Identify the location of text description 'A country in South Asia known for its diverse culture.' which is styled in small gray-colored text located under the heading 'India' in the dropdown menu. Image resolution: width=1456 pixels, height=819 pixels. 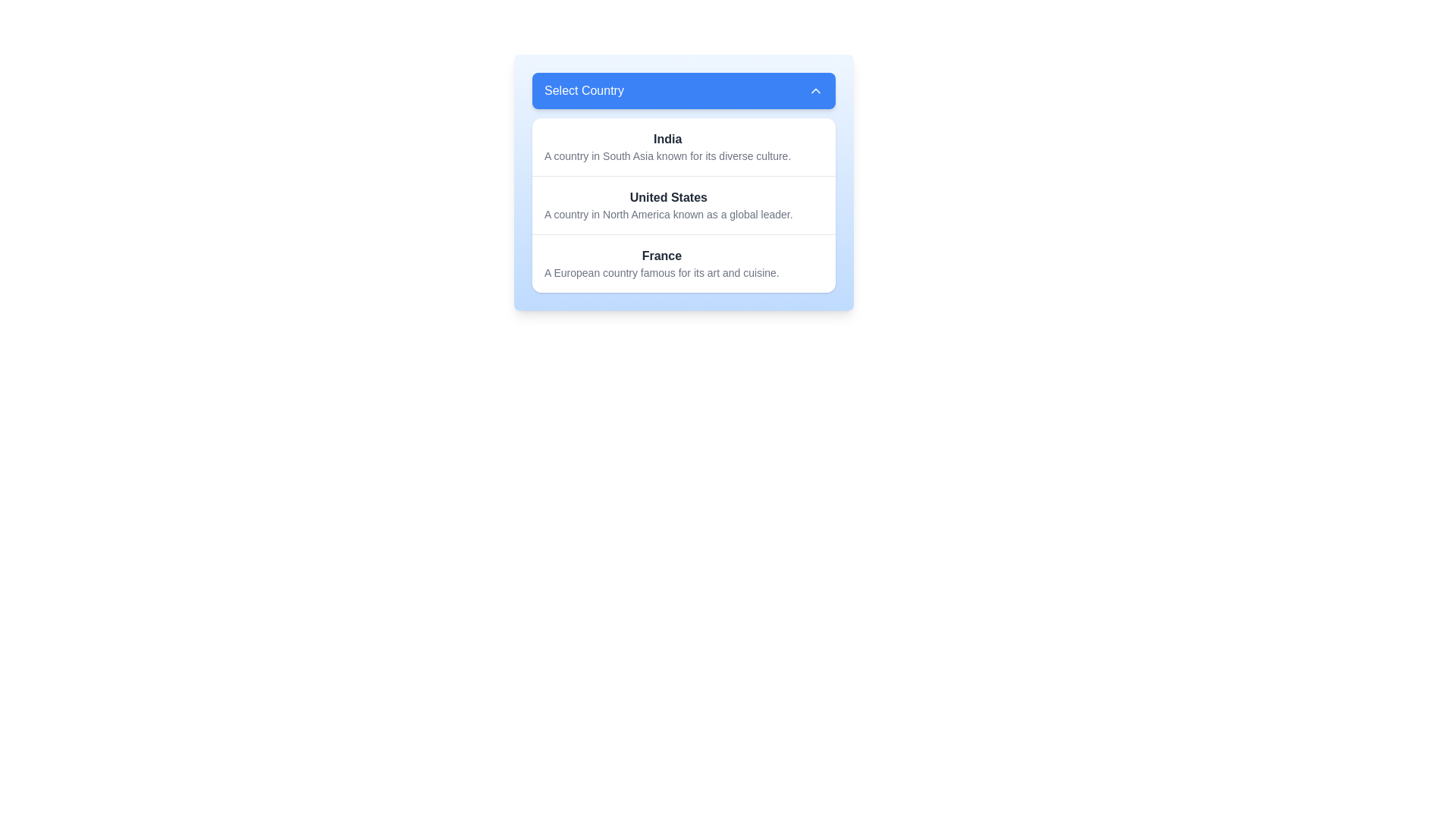
(667, 155).